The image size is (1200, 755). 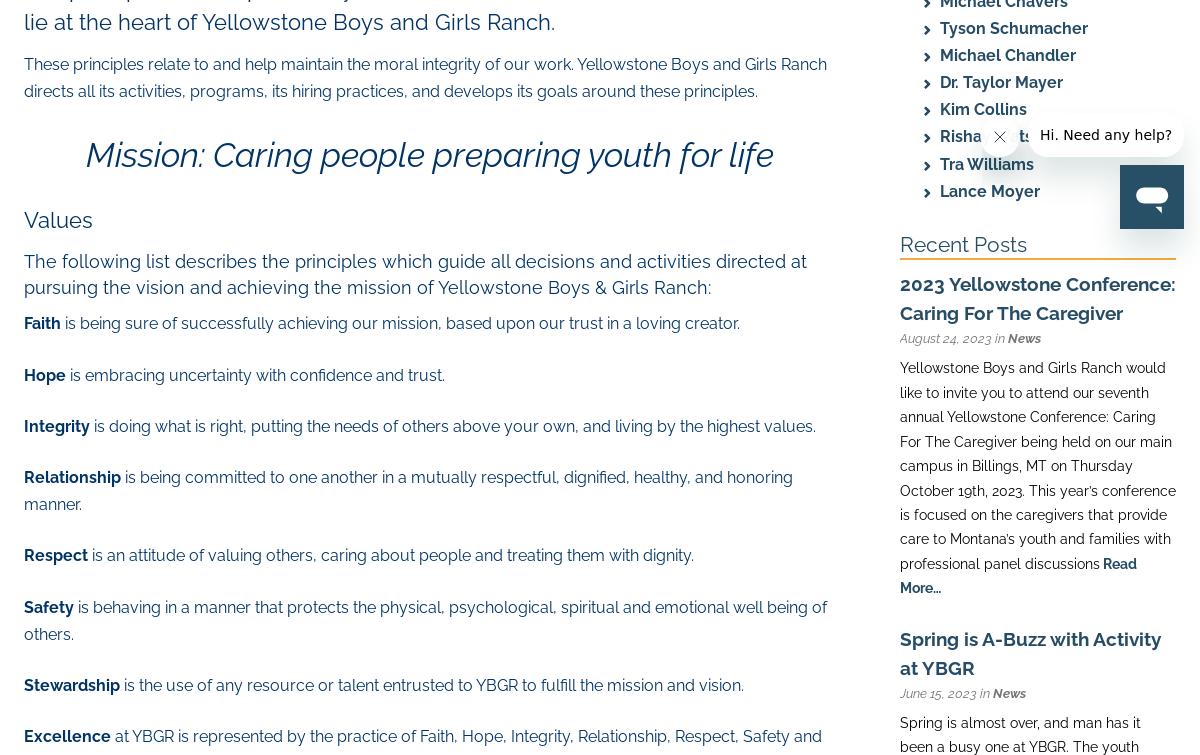 I want to click on 'is behaving in a manner that protects the physical, psychological, spiritual and emotional well being of others.', so click(x=425, y=619).